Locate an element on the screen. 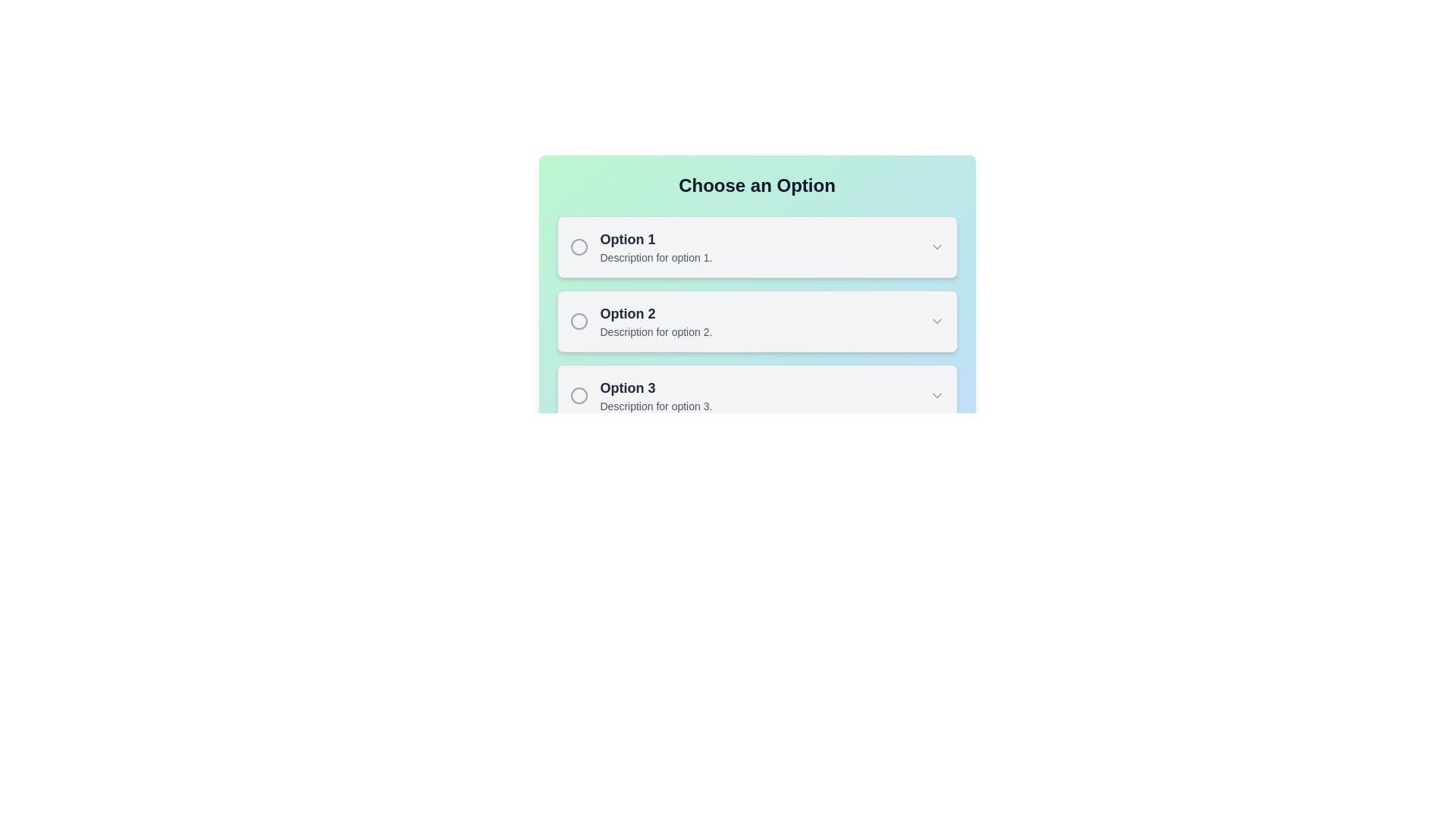  the circular graphic indicative of a radio button located in the first column of the third row, adjacent to 'Option 3' is located at coordinates (578, 394).